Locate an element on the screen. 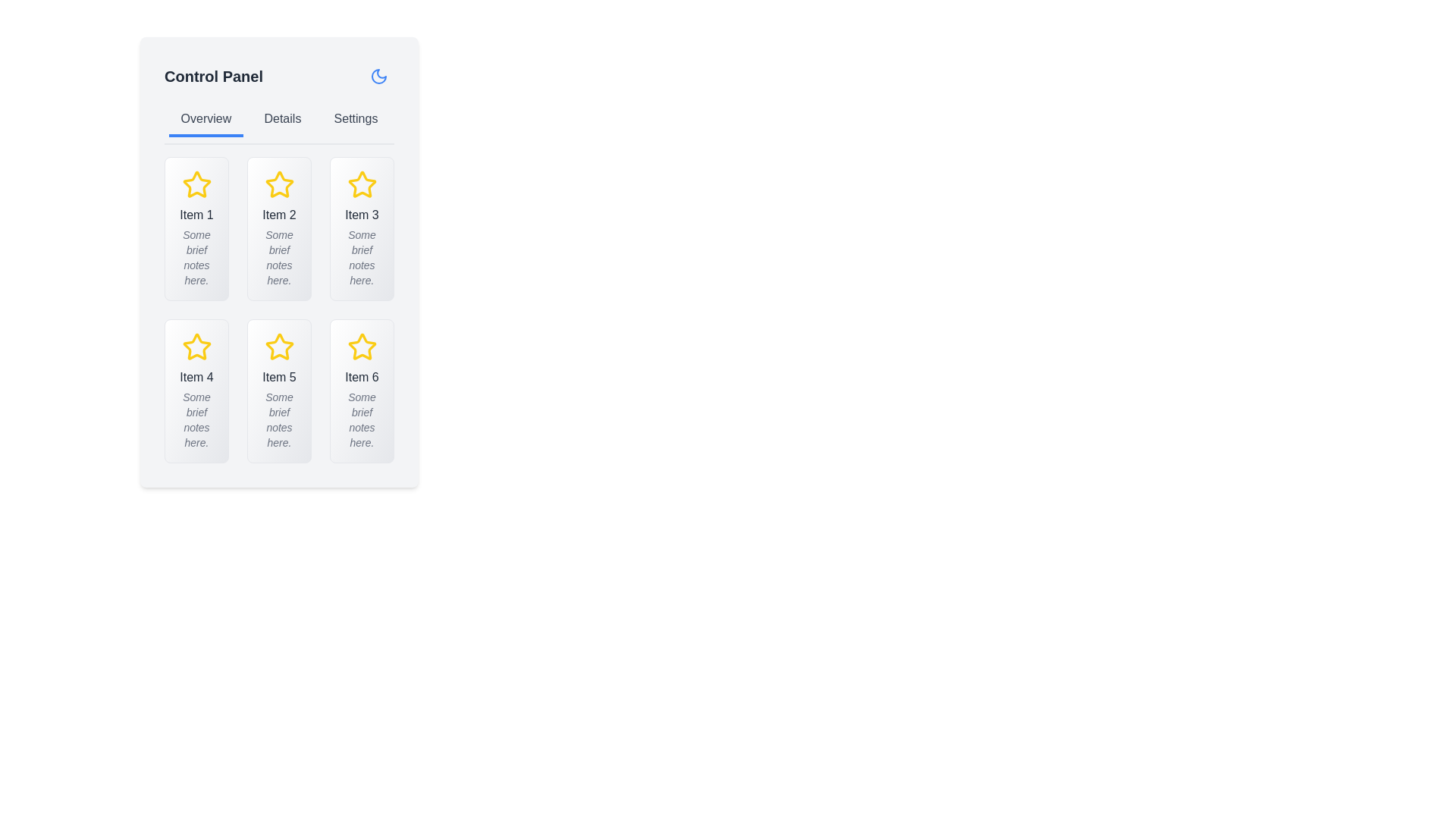  the crescent moon icon button in the top-right corner of the interface is located at coordinates (378, 76).